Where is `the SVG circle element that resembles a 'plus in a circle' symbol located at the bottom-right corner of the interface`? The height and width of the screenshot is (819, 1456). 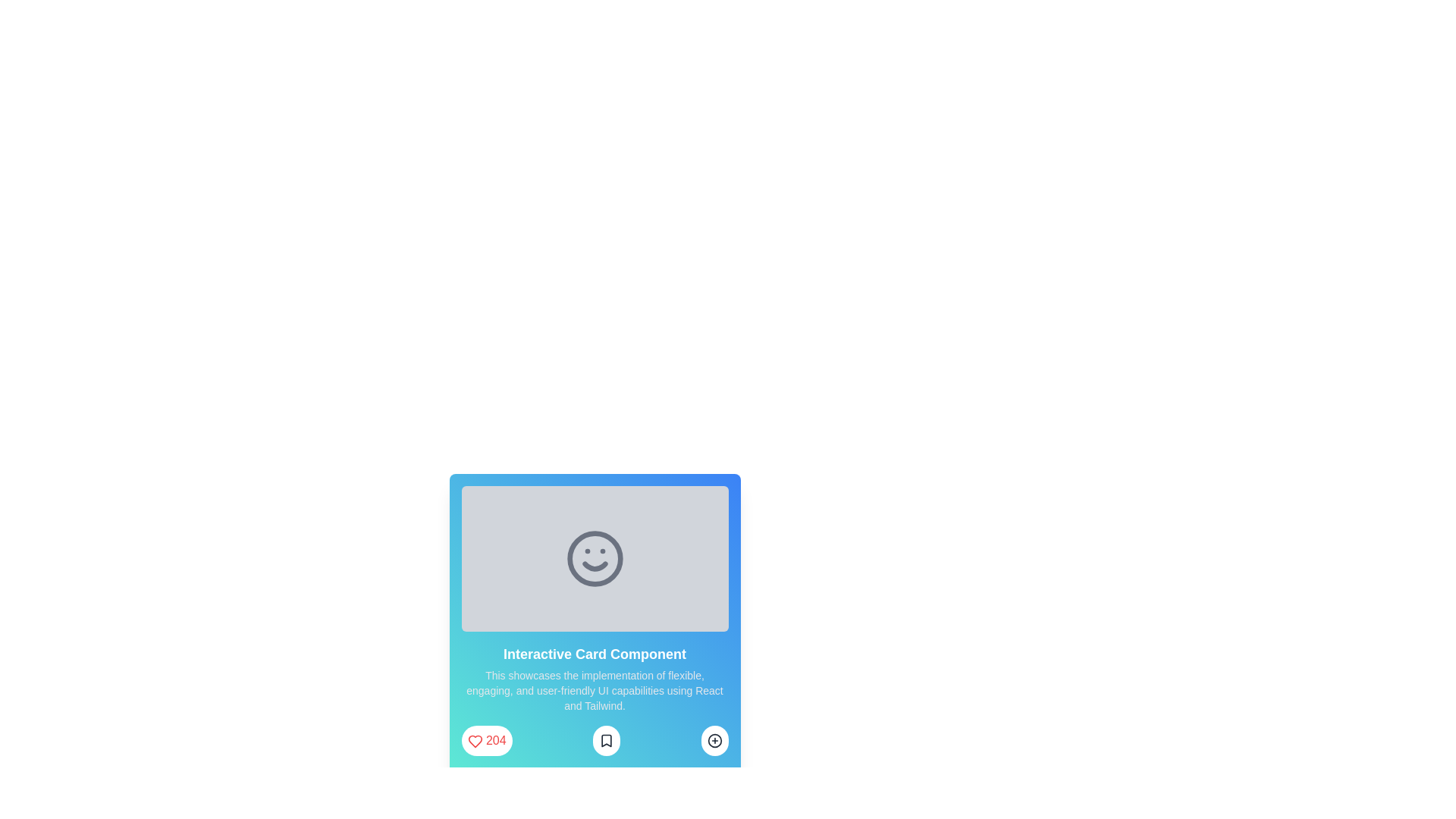
the SVG circle element that resembles a 'plus in a circle' symbol located at the bottom-right corner of the interface is located at coordinates (714, 739).